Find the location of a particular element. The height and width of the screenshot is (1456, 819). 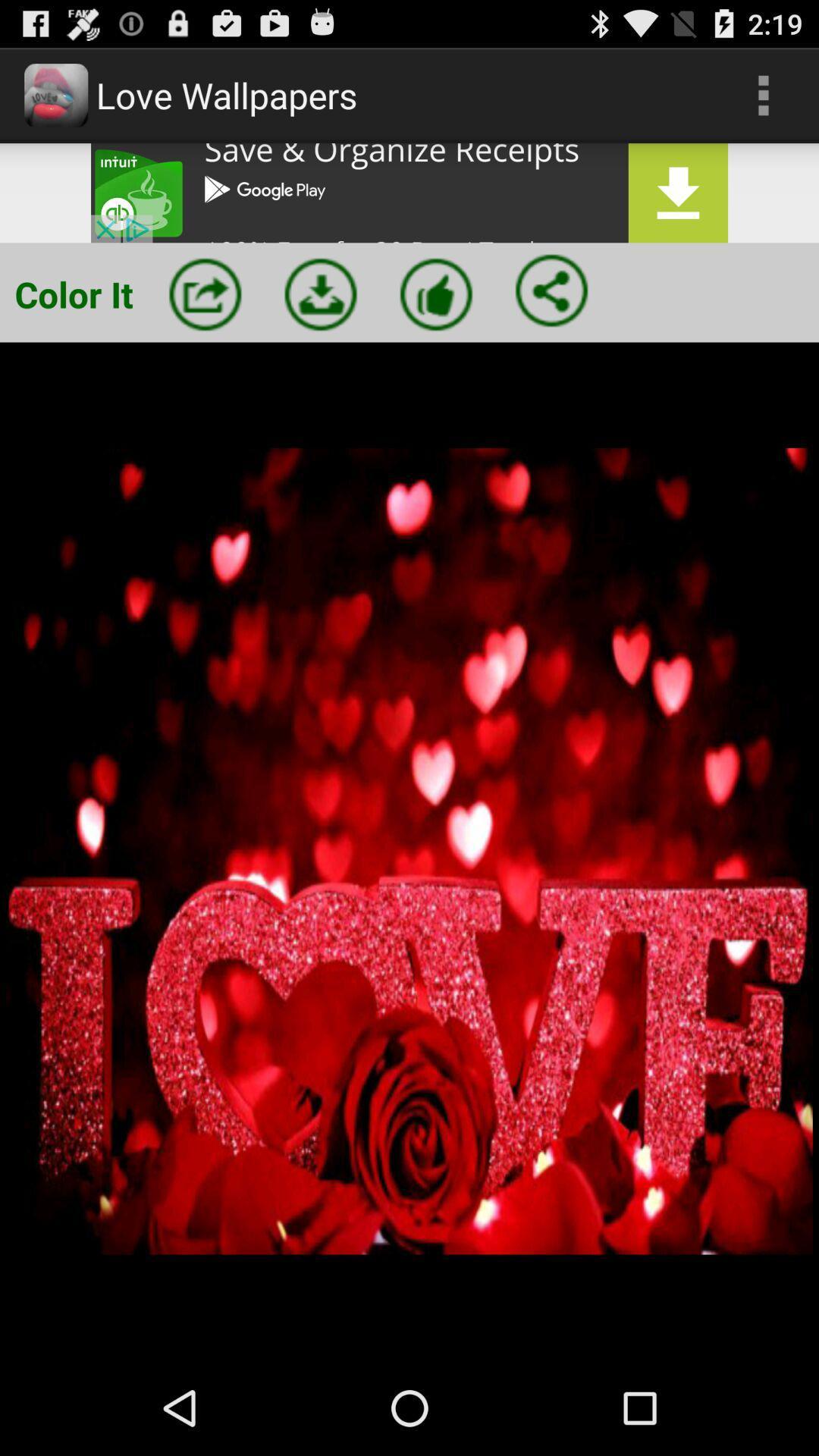

download photo is located at coordinates (320, 294).